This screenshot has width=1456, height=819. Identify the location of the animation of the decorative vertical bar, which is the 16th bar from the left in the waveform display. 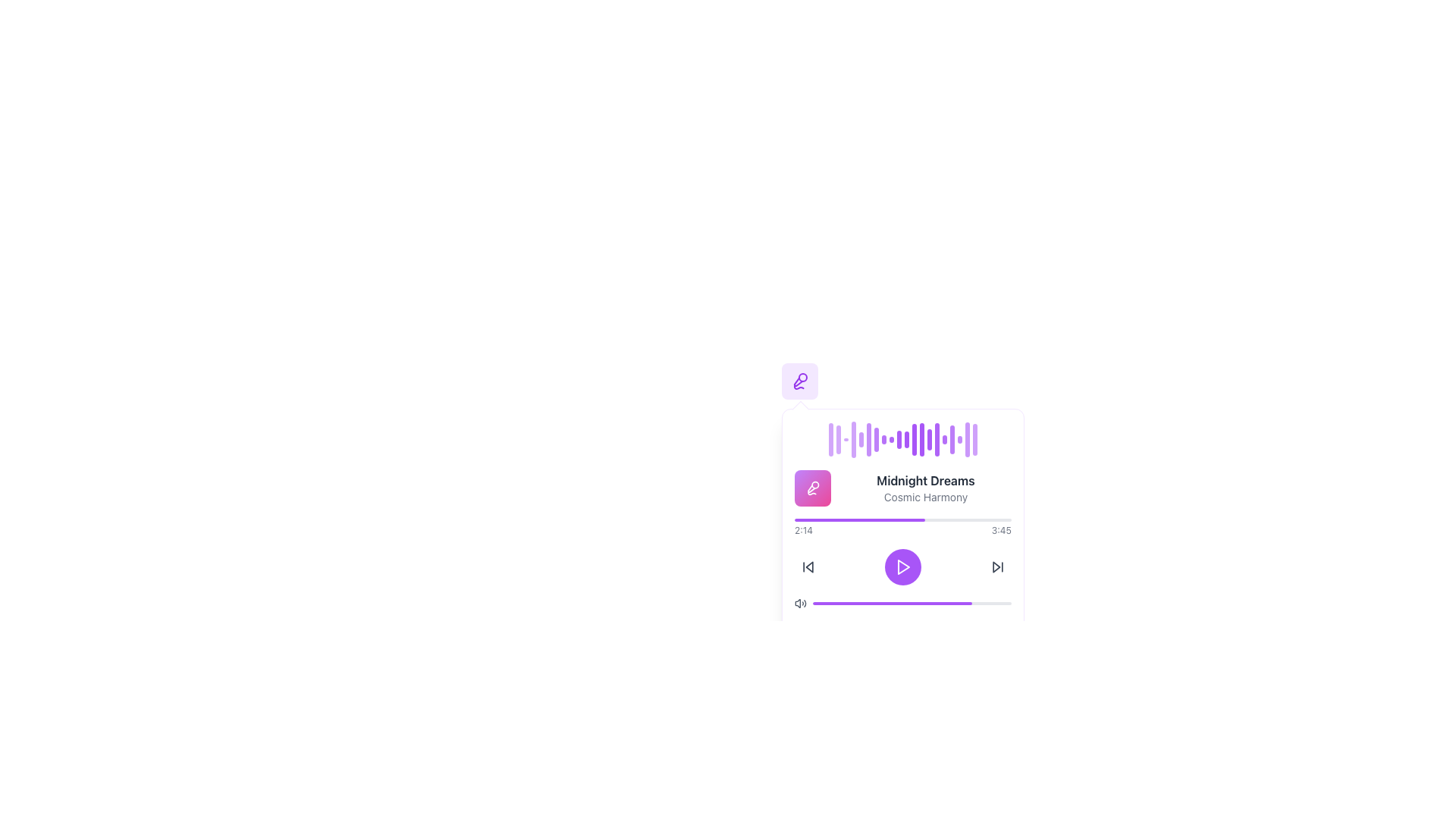
(944, 438).